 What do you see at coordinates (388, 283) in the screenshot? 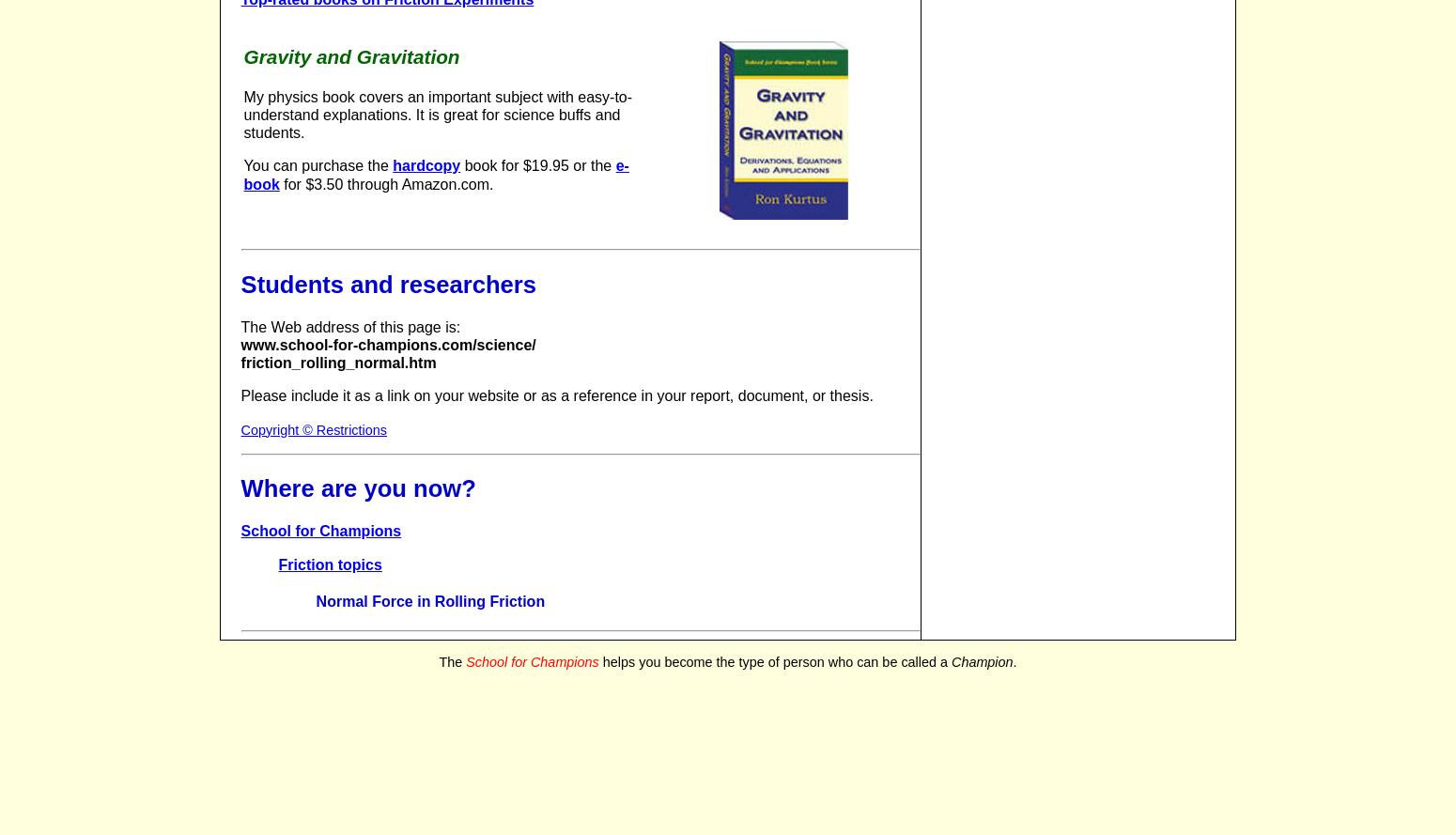
I see `'Students and researchers'` at bounding box center [388, 283].